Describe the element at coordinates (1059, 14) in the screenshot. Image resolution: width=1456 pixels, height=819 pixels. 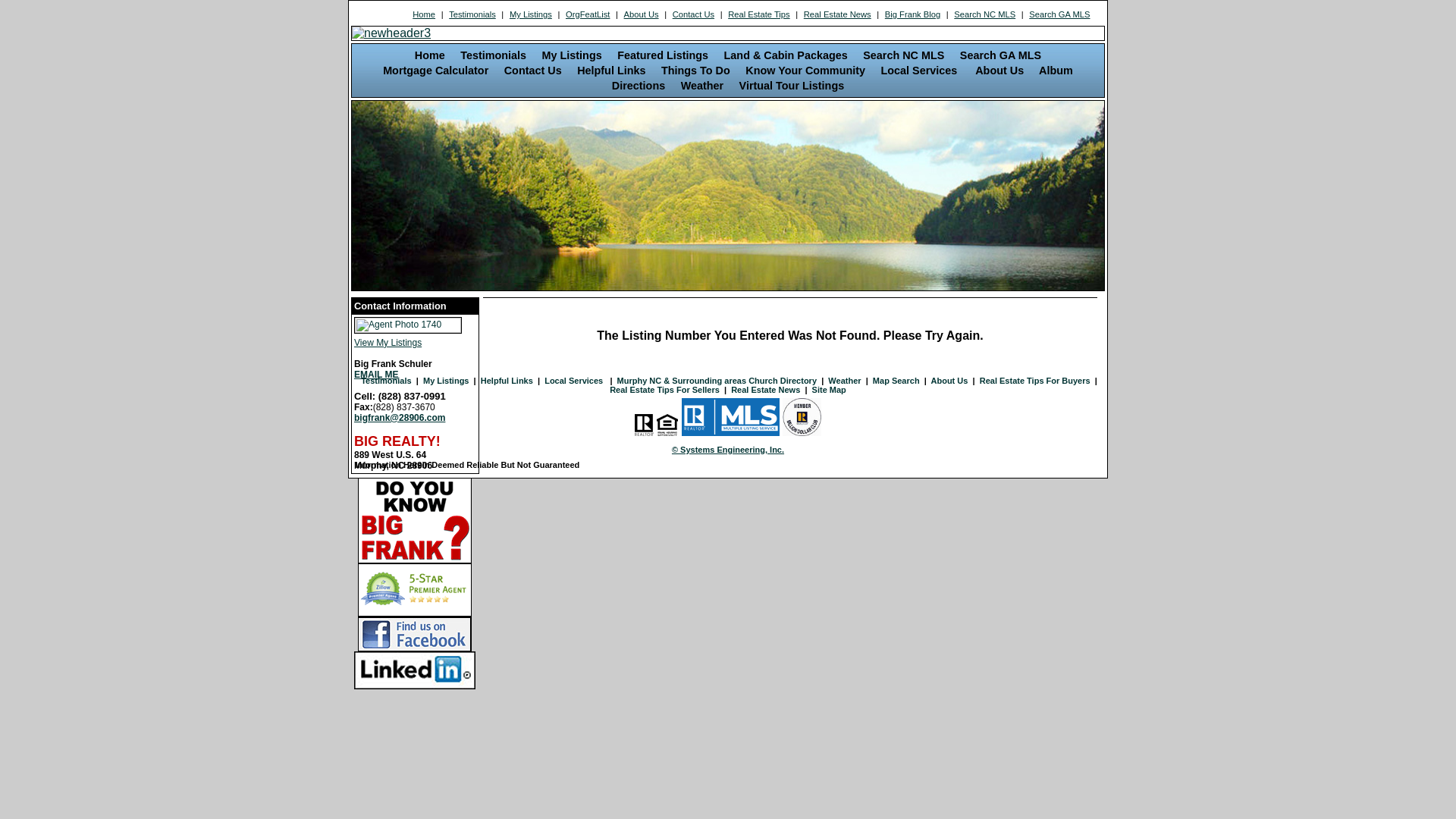
I see `'Search GA MLS'` at that location.